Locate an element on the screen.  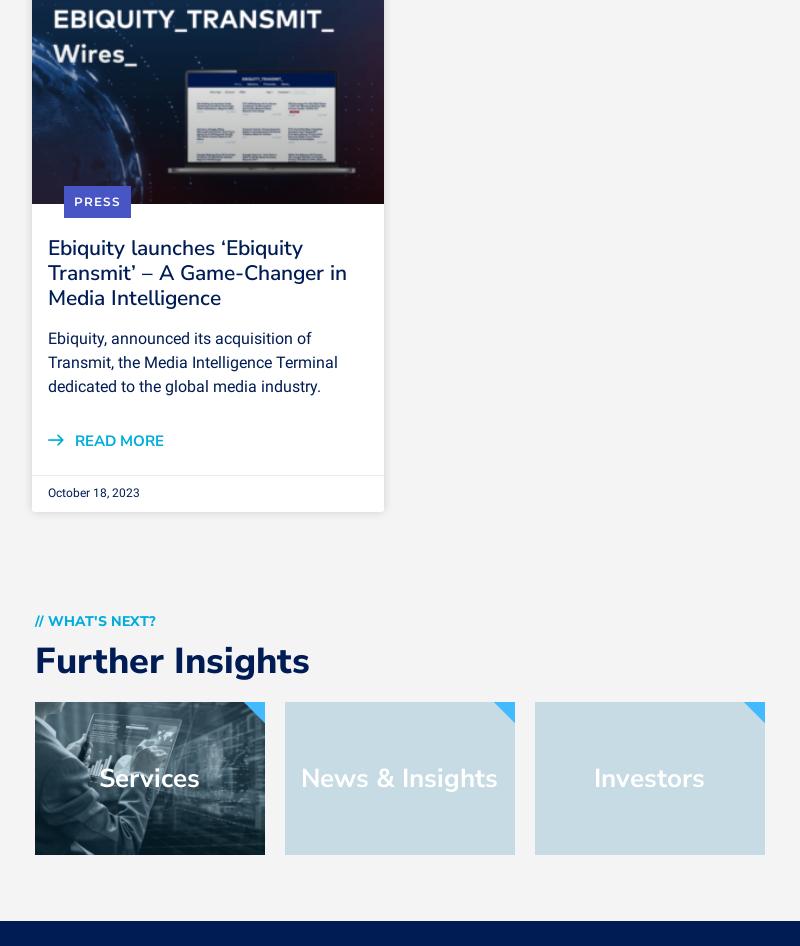
'Ebiquity, announced its acquisition of Transmit, the Media Intelligence Terminal dedicated to the global media industry.' is located at coordinates (191, 362).